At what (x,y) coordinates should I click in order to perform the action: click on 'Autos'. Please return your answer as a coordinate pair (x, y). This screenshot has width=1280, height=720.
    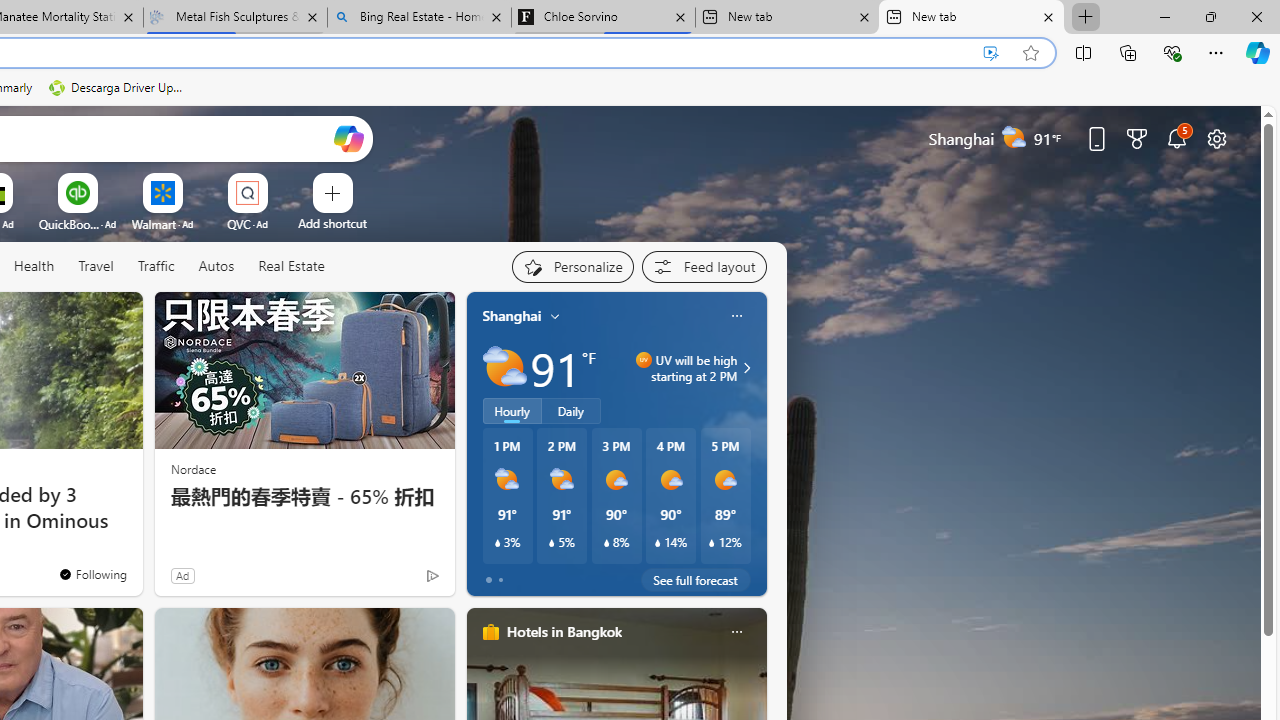
    Looking at the image, I should click on (216, 265).